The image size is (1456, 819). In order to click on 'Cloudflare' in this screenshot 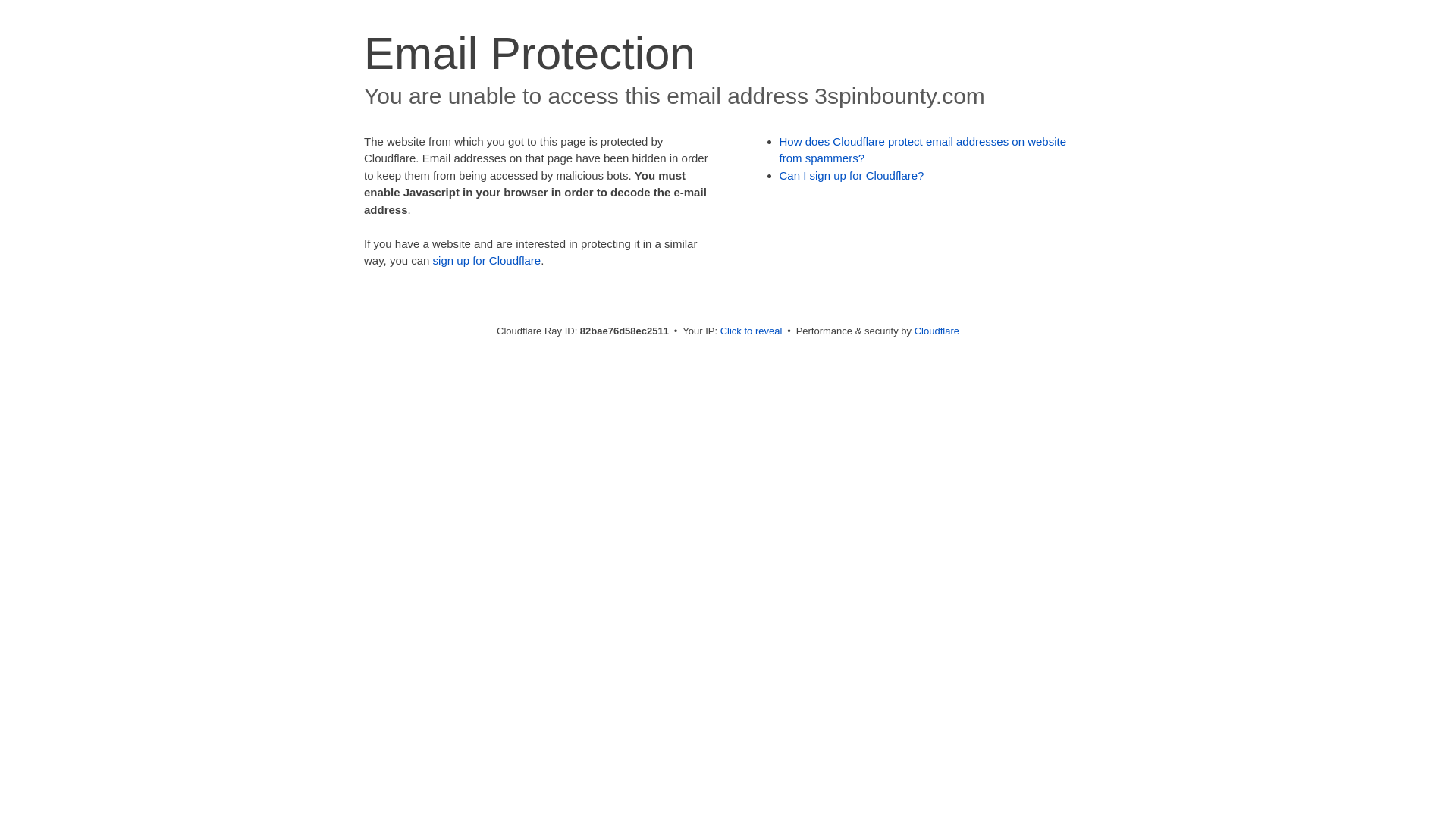, I will do `click(936, 330)`.